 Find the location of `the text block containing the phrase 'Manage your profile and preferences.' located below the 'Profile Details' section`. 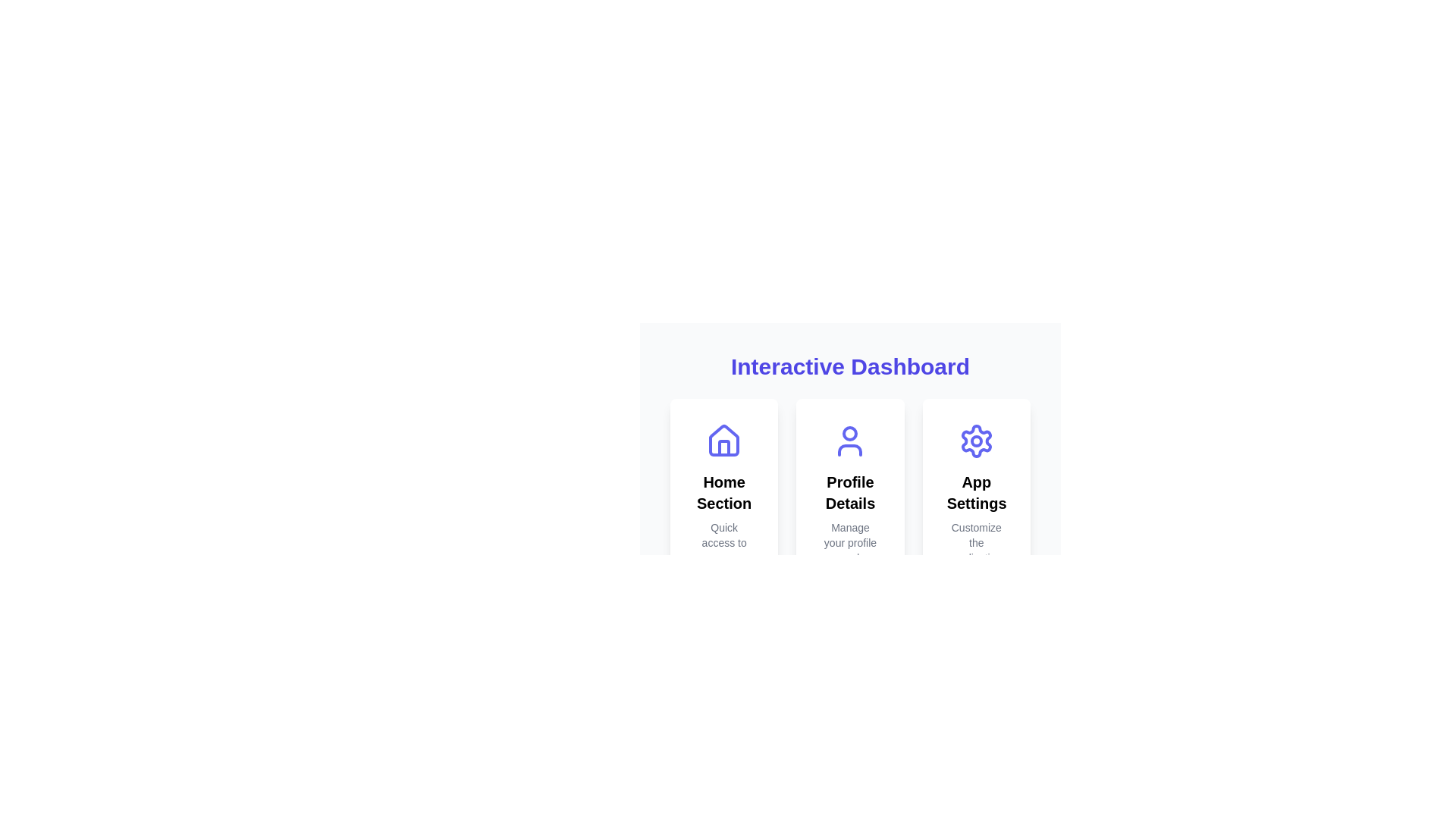

the text block containing the phrase 'Manage your profile and preferences.' located below the 'Profile Details' section is located at coordinates (850, 550).